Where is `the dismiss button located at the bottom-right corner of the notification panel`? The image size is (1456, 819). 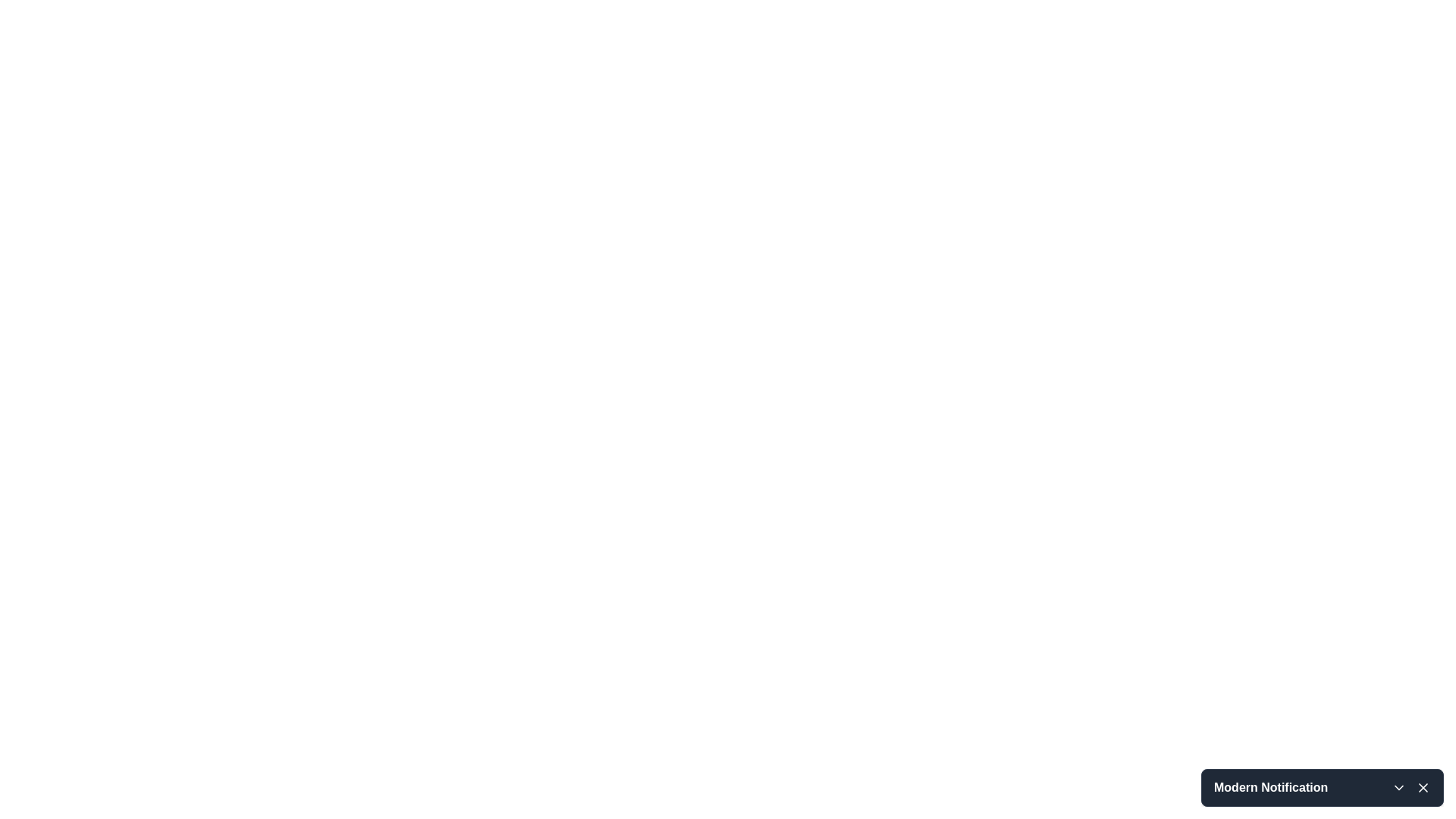 the dismiss button located at the bottom-right corner of the notification panel is located at coordinates (1422, 786).